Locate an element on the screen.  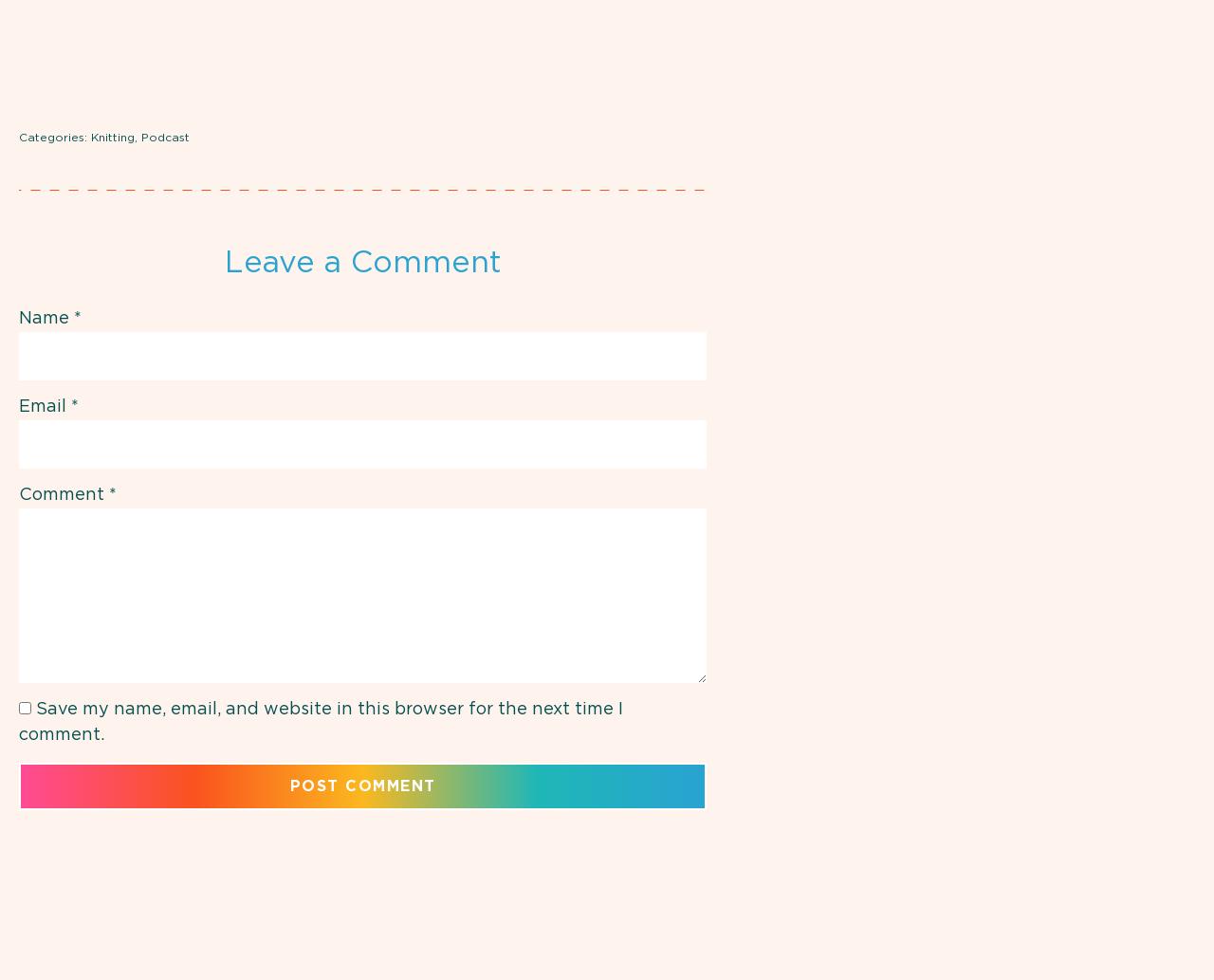
'Comment' is located at coordinates (64, 493).